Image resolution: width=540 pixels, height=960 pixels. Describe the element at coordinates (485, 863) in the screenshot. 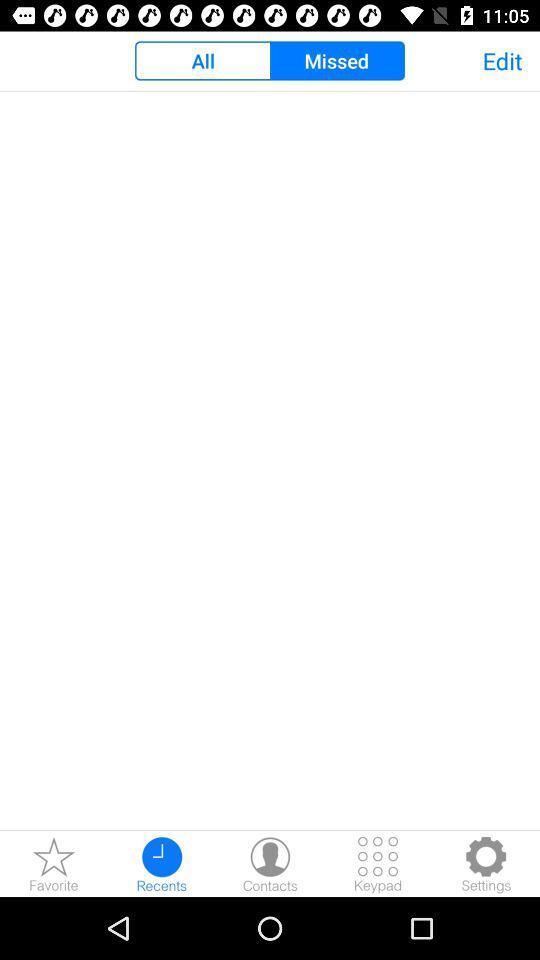

I see `the settings icon` at that location.